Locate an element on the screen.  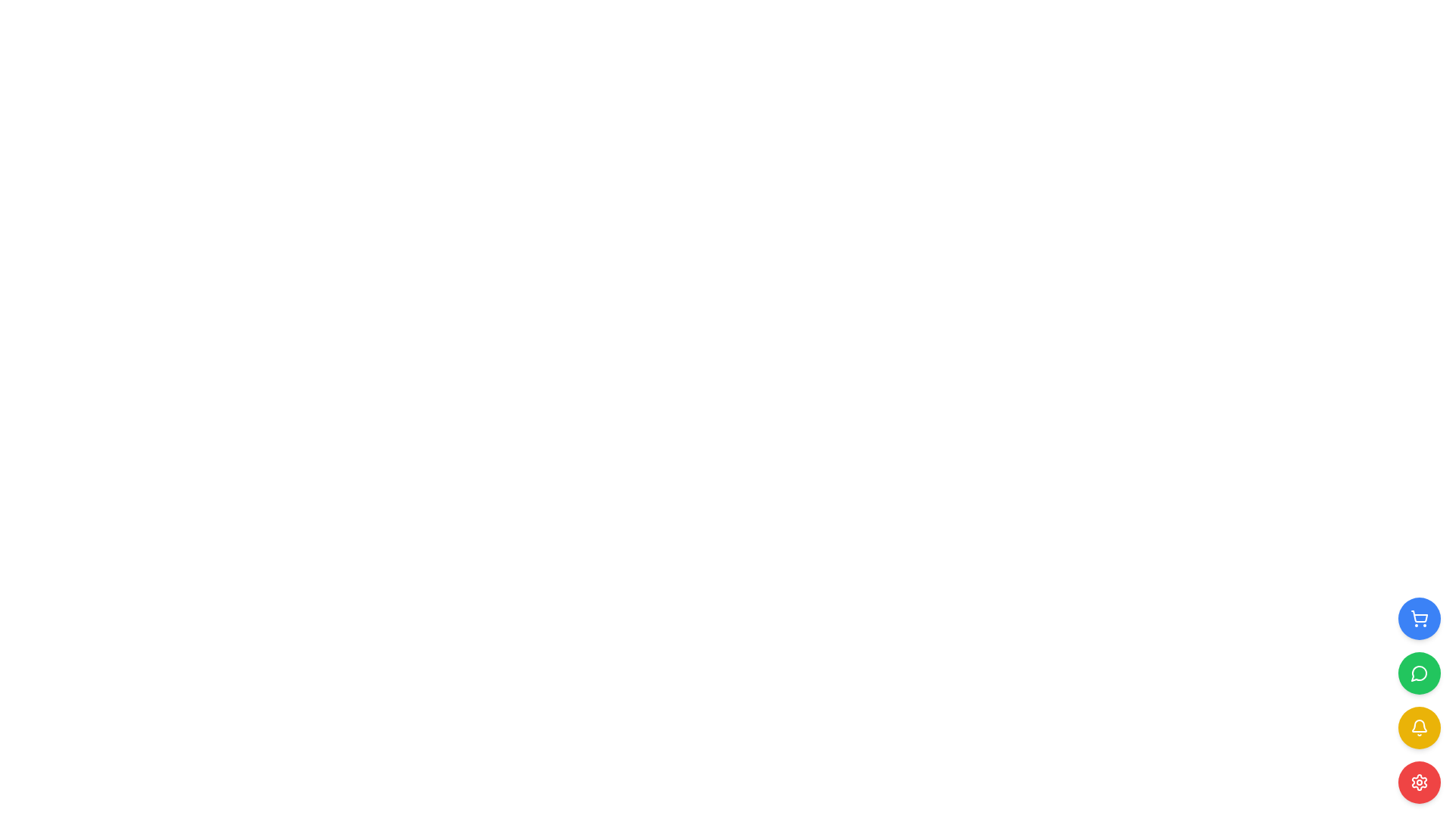
the circular blue button with a white shopping cart icon is located at coordinates (1419, 619).